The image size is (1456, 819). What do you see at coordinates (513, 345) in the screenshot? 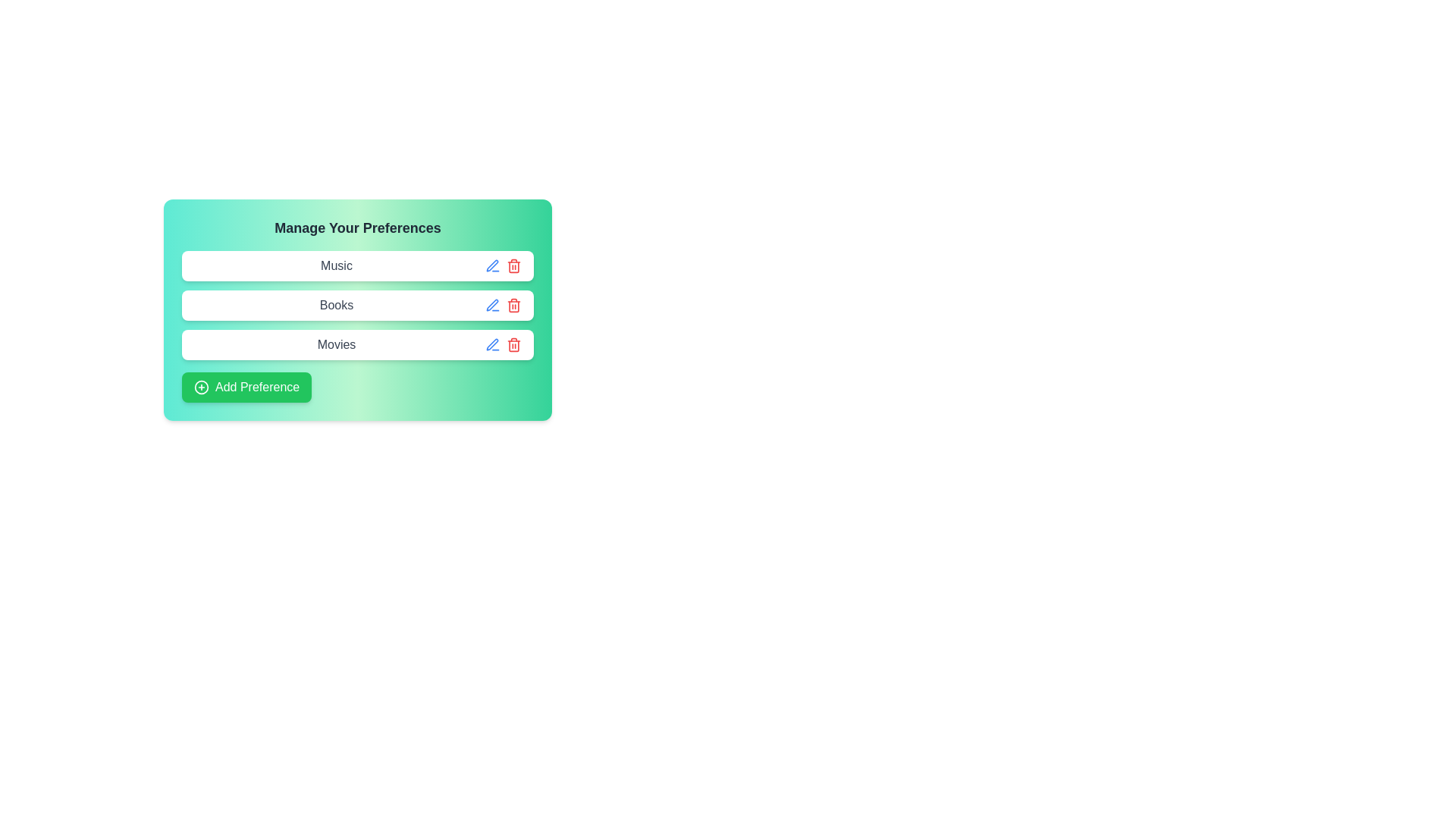
I see `delete button for the tag labeled Movies` at bounding box center [513, 345].